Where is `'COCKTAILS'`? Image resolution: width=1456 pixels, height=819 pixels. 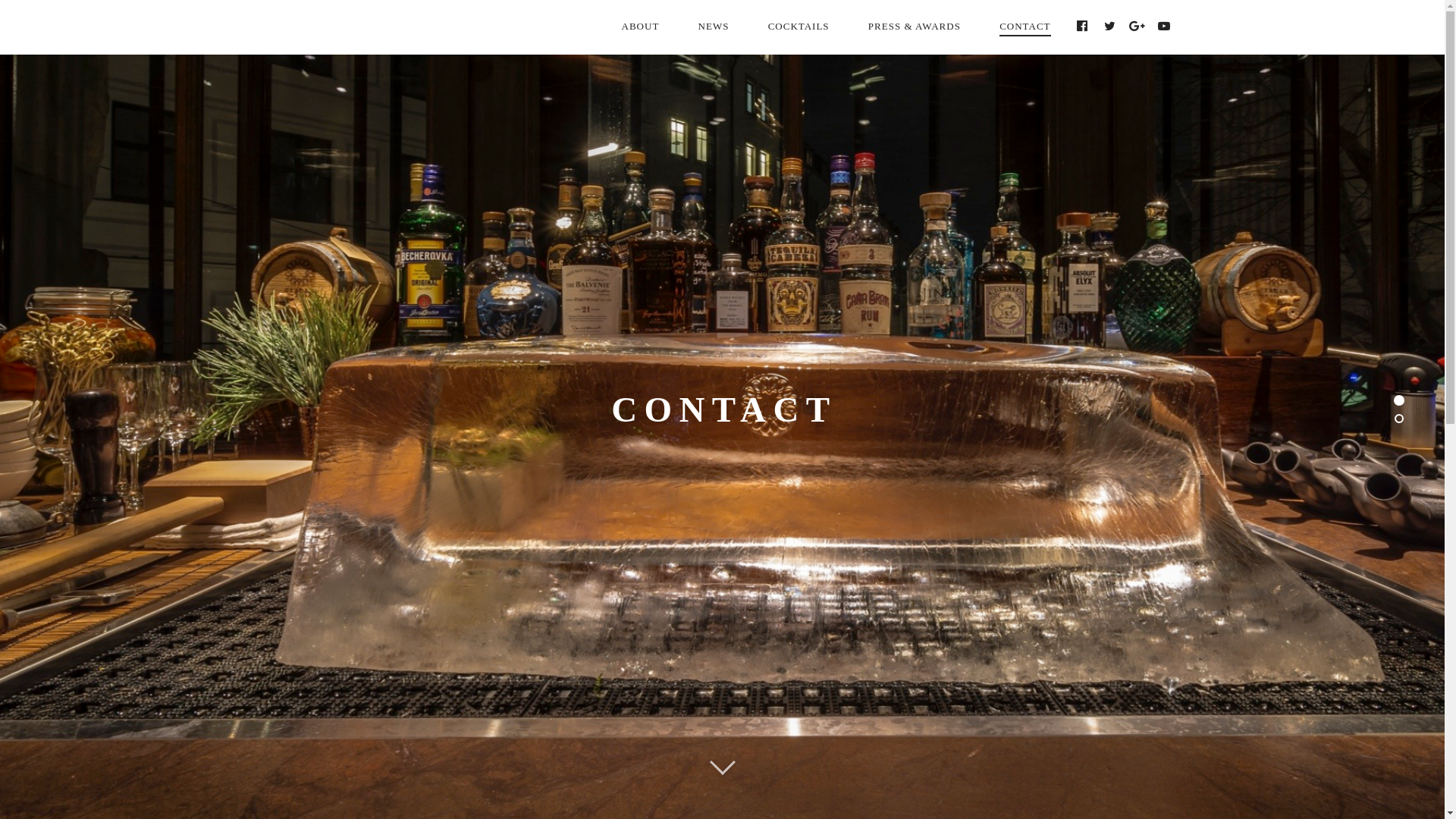
'COCKTAILS' is located at coordinates (749, 26).